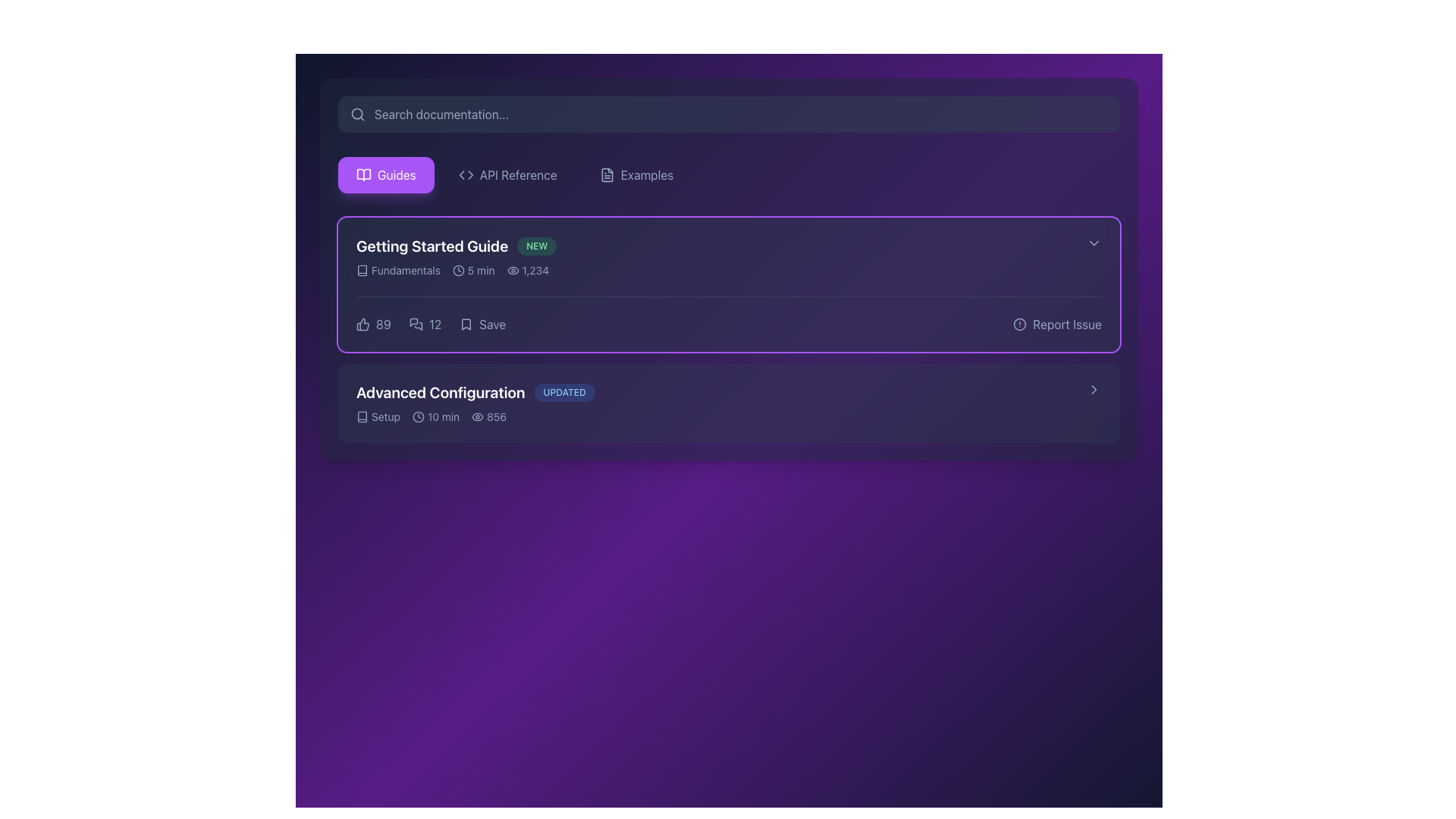  Describe the element at coordinates (364, 174) in the screenshot. I see `the 'Guides' icon located in the left sidebar navigation menu, which is visually represented by a purple button aiding in documentation or tutorial material` at that location.